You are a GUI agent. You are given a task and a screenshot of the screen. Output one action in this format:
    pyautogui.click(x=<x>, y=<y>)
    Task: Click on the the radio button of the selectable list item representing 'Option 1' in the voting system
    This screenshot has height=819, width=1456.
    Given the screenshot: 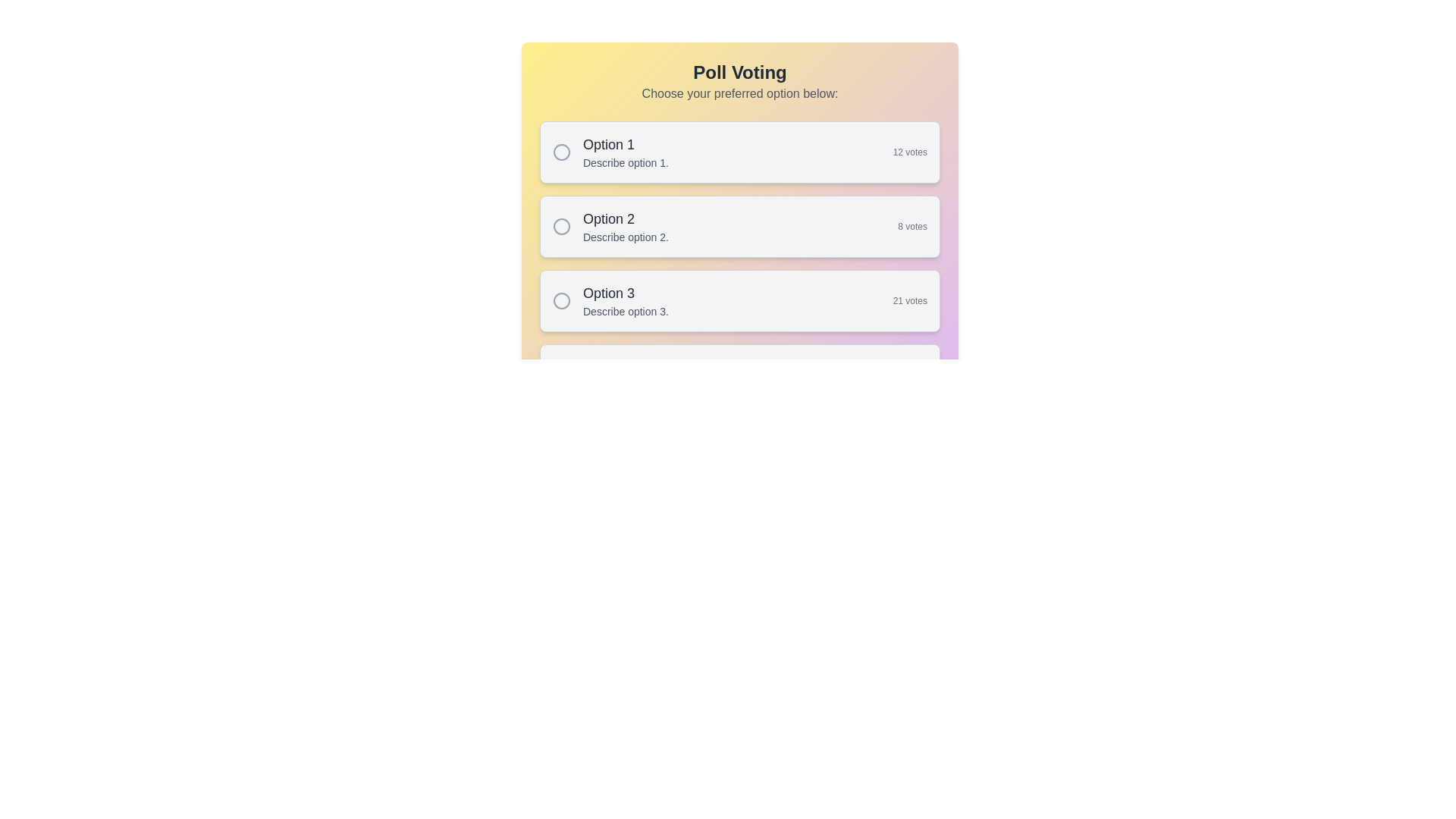 What is the action you would take?
    pyautogui.click(x=739, y=152)
    